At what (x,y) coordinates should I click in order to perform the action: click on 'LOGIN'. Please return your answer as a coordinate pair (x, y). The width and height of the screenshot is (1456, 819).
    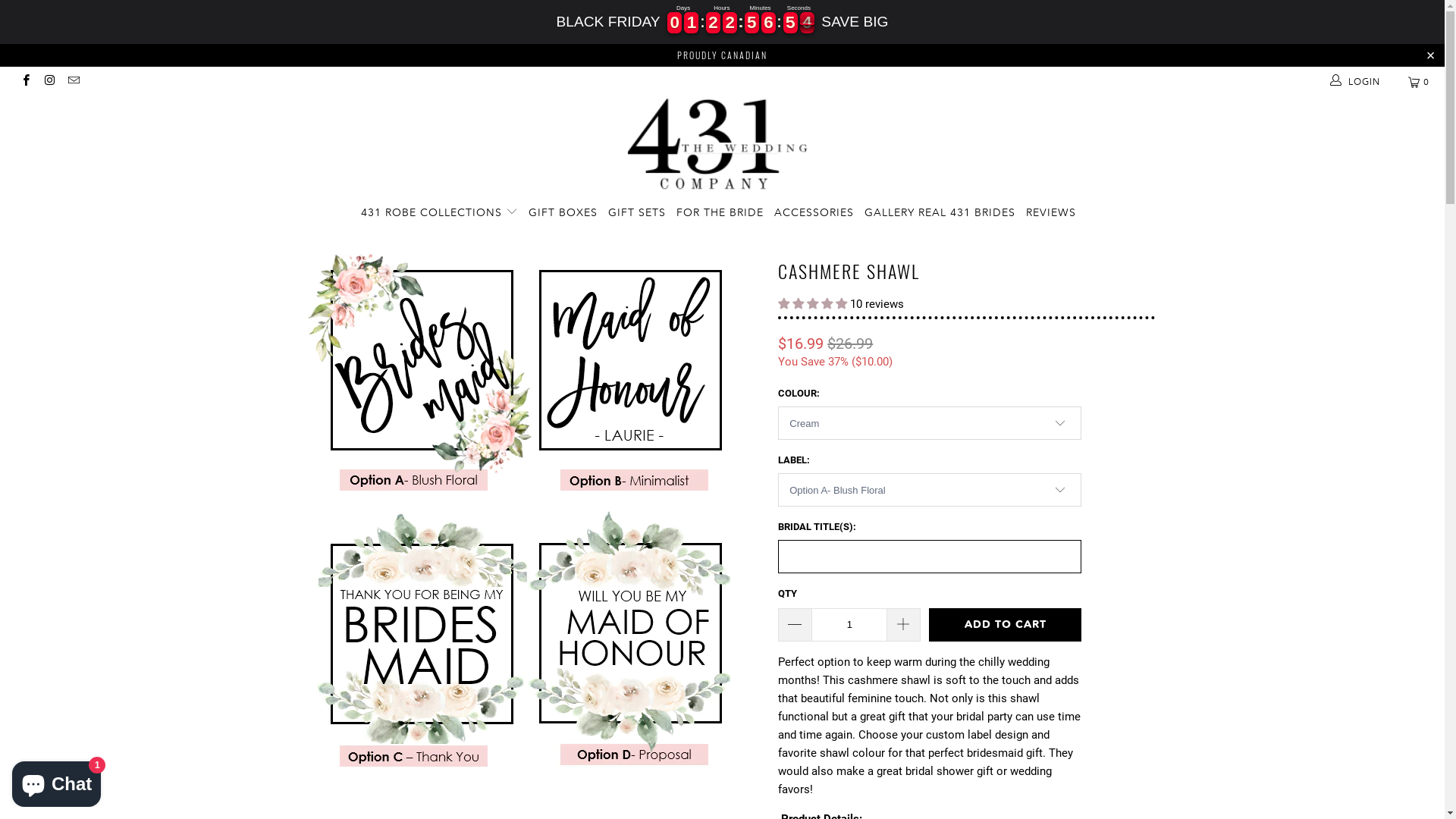
    Looking at the image, I should click on (1328, 82).